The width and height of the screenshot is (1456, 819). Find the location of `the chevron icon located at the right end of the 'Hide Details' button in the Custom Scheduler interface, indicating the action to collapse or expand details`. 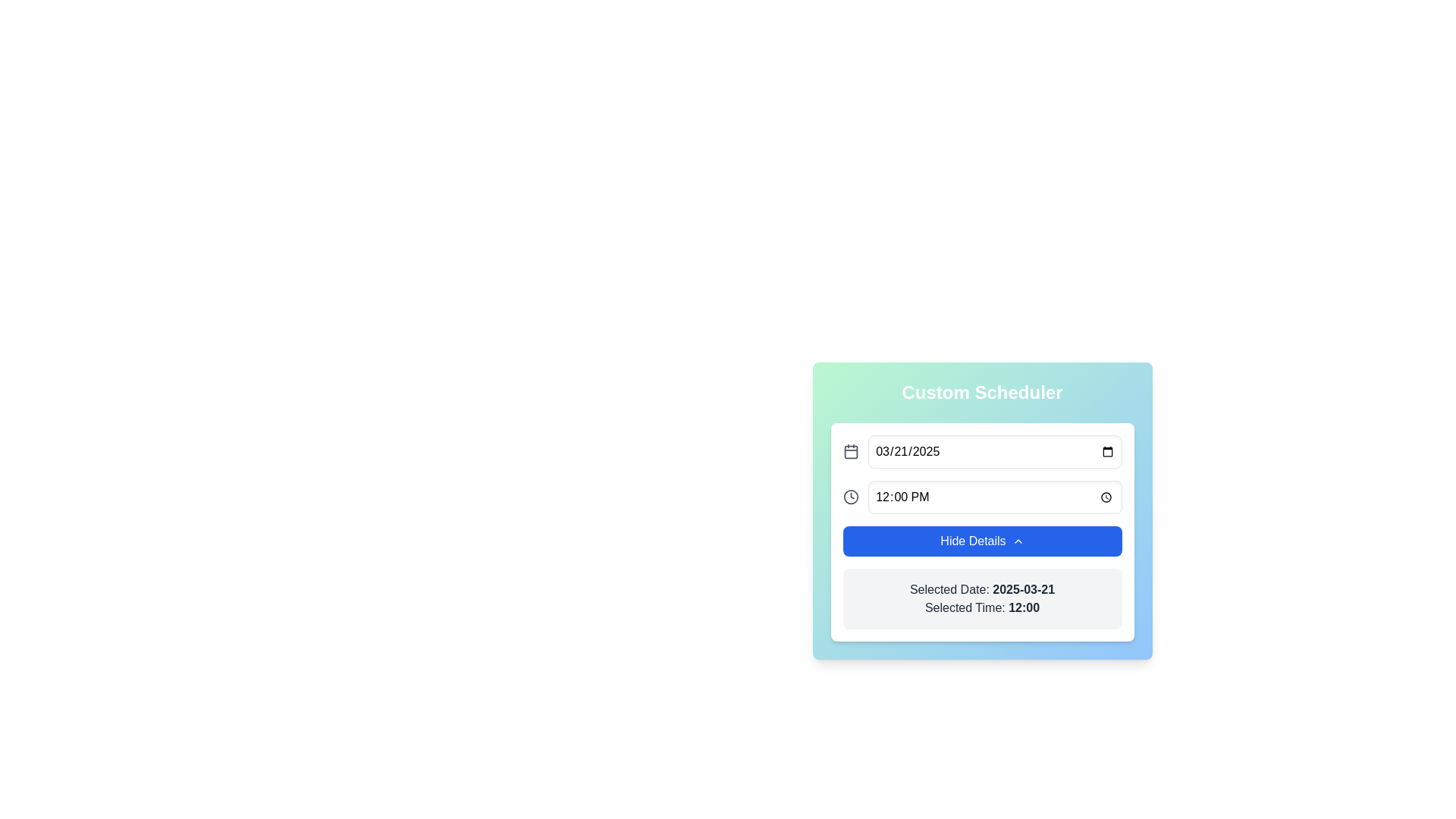

the chevron icon located at the right end of the 'Hide Details' button in the Custom Scheduler interface, indicating the action to collapse or expand details is located at coordinates (1018, 540).